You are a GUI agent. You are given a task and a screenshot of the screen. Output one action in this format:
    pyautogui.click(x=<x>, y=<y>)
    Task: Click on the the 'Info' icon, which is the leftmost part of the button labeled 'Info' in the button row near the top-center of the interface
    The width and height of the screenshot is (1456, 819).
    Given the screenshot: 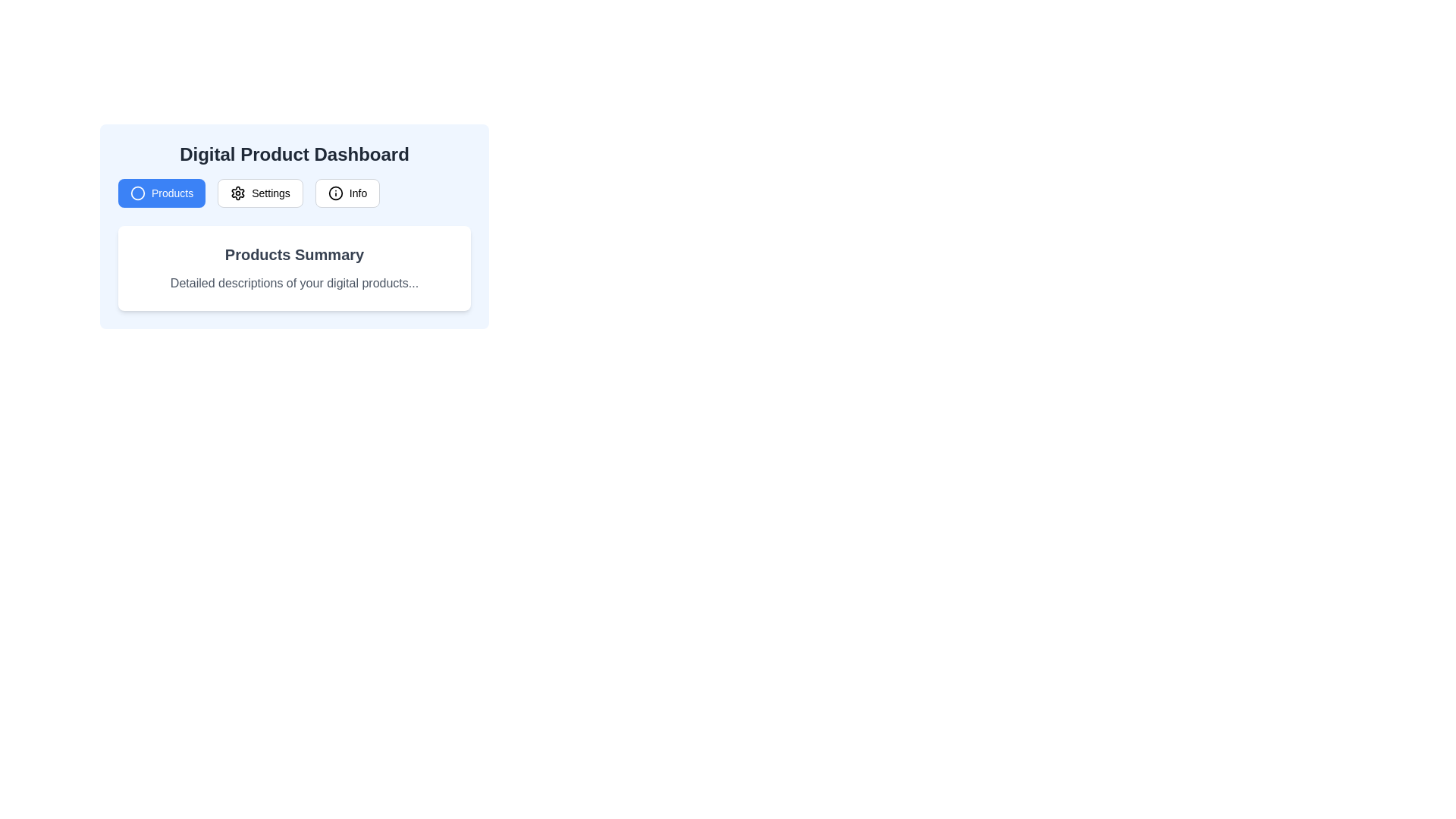 What is the action you would take?
    pyautogui.click(x=334, y=192)
    